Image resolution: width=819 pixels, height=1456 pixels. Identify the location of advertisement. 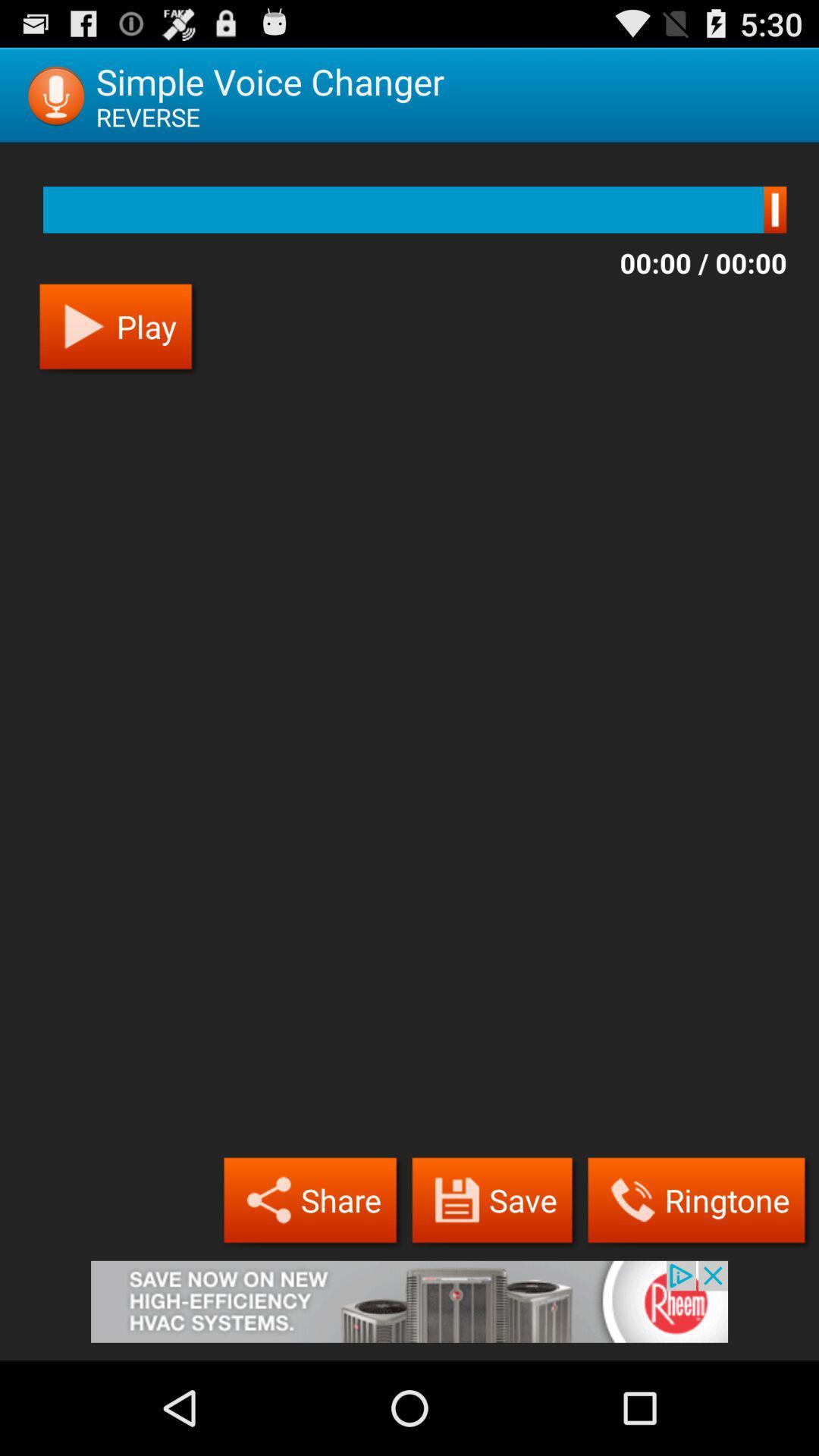
(409, 1310).